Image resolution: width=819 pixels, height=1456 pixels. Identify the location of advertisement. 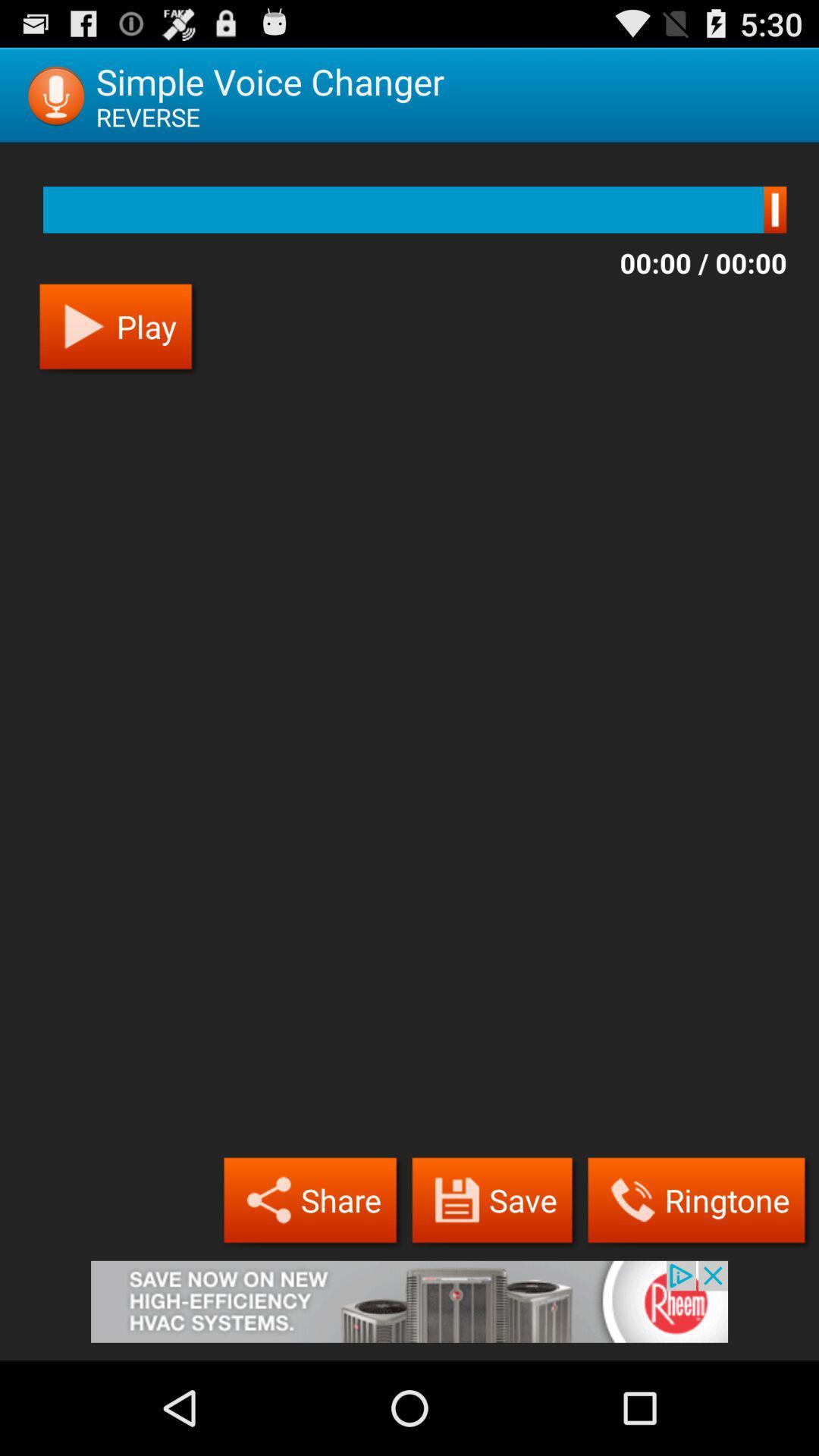
(409, 1310).